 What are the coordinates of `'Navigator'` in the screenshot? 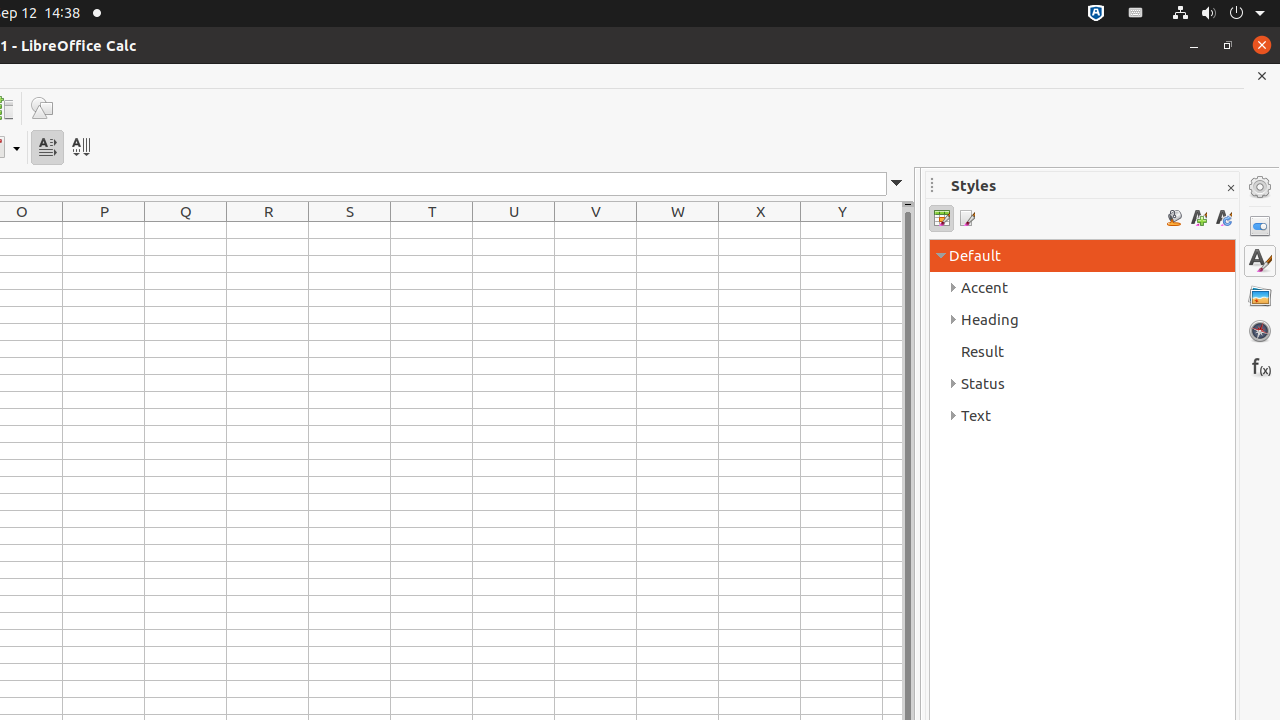 It's located at (1259, 329).